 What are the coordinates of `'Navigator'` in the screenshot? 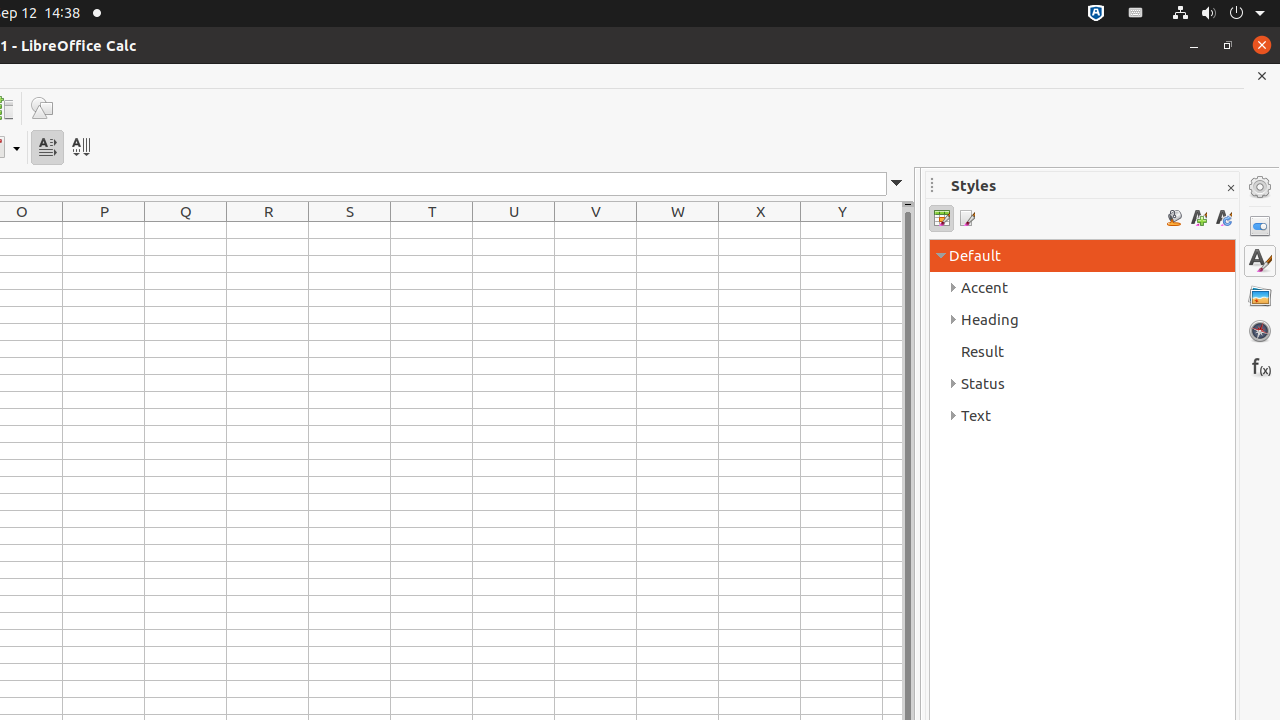 It's located at (1259, 329).